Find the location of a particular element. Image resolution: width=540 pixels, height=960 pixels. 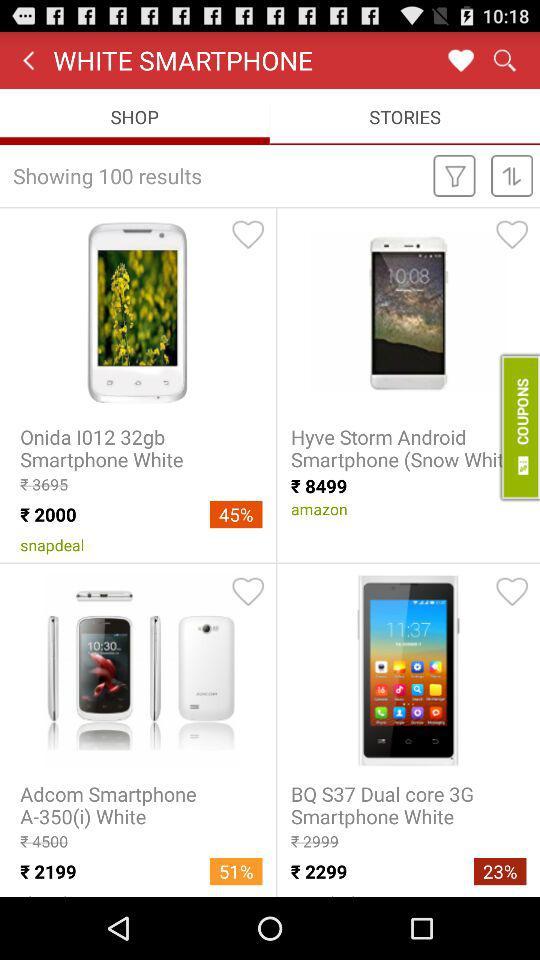

the filter button which is first below stories is located at coordinates (455, 174).